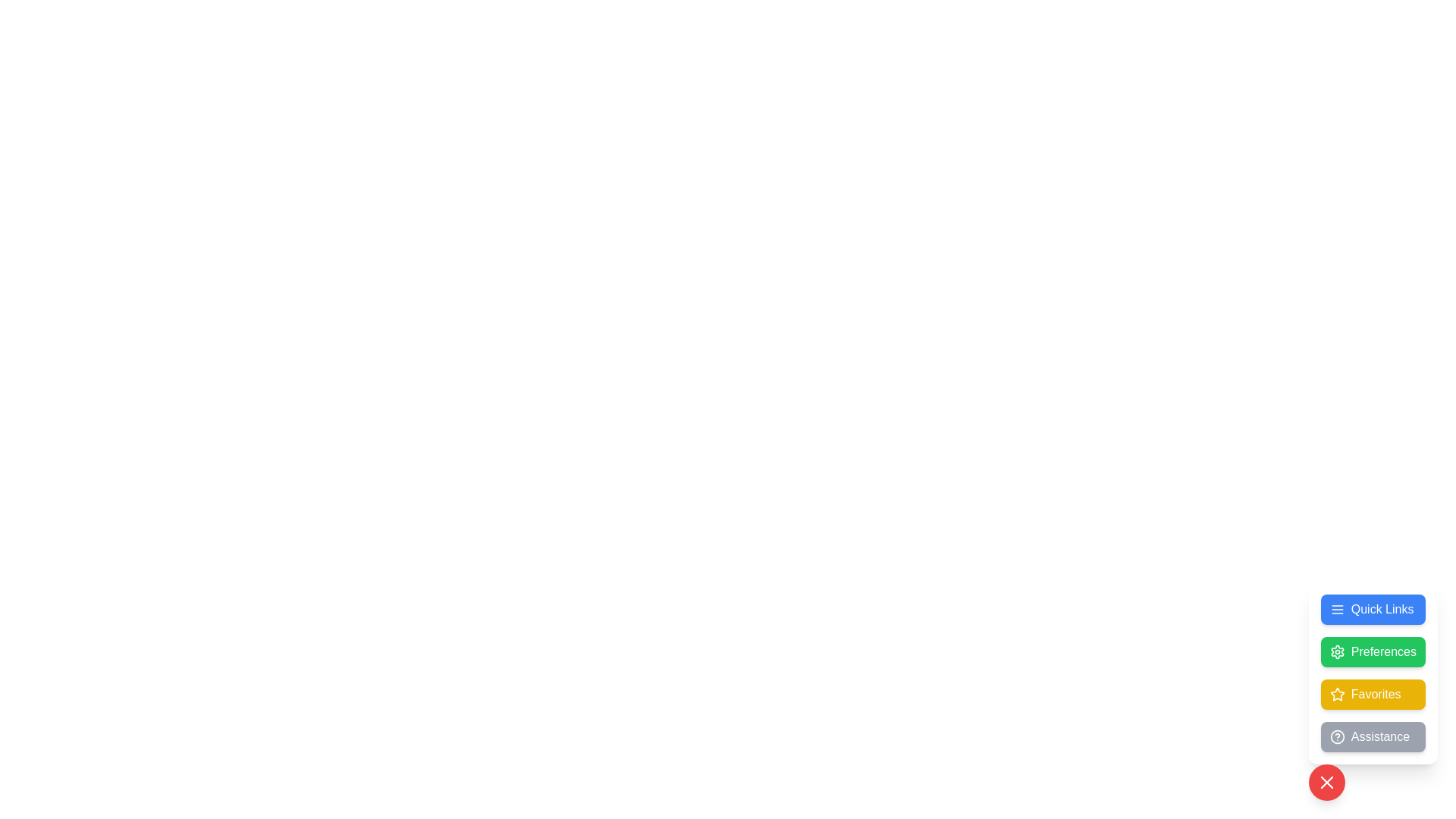 This screenshot has height=819, width=1456. Describe the element at coordinates (1326, 783) in the screenshot. I see `the diagonal cross icon located on the prominent red circular button at the bottom-right corner of the interface` at that location.